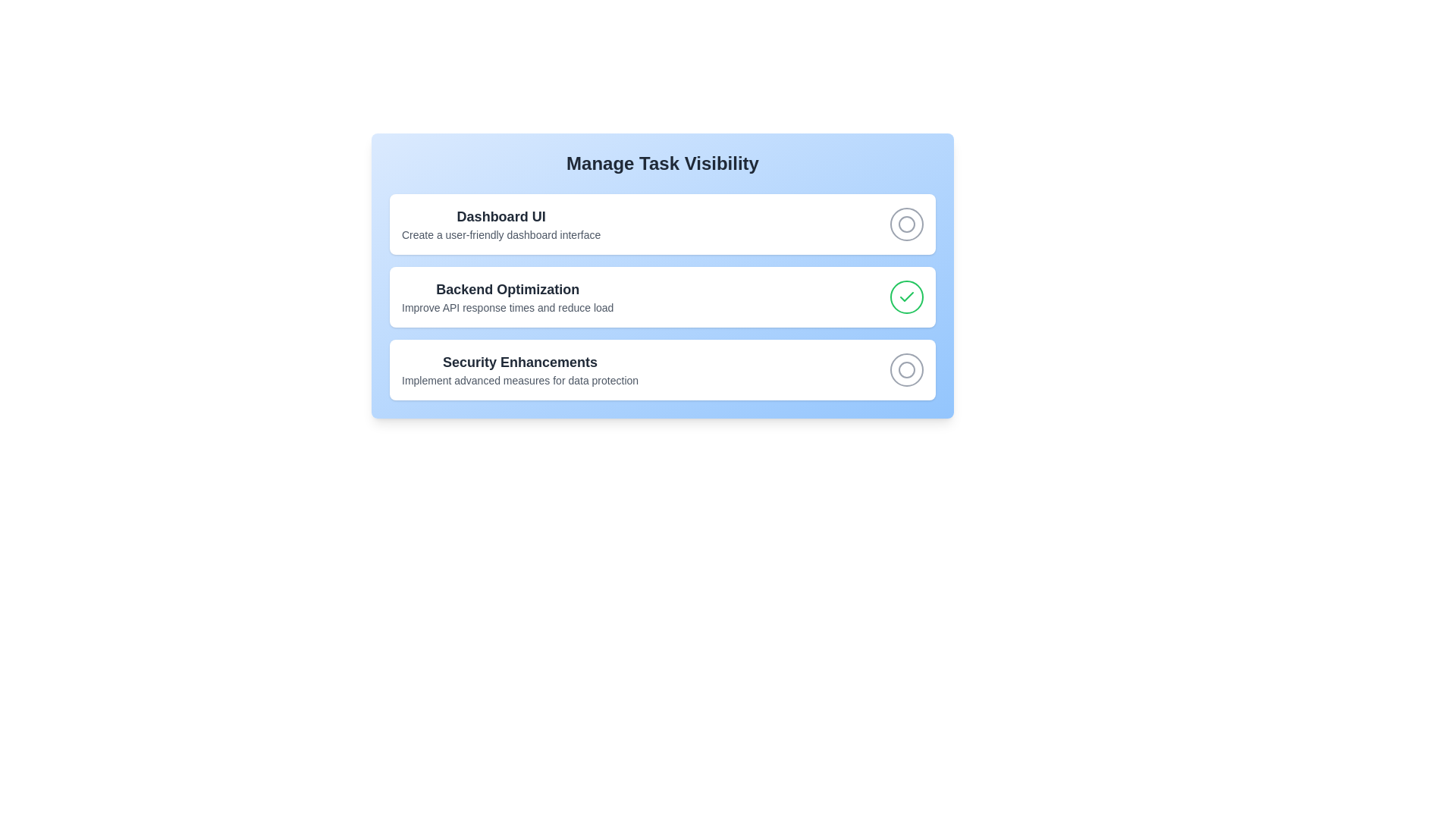  Describe the element at coordinates (906, 224) in the screenshot. I see `the circular checkbox icon with a thin gray border located on the right side of the 'Dashboard UI' text` at that location.